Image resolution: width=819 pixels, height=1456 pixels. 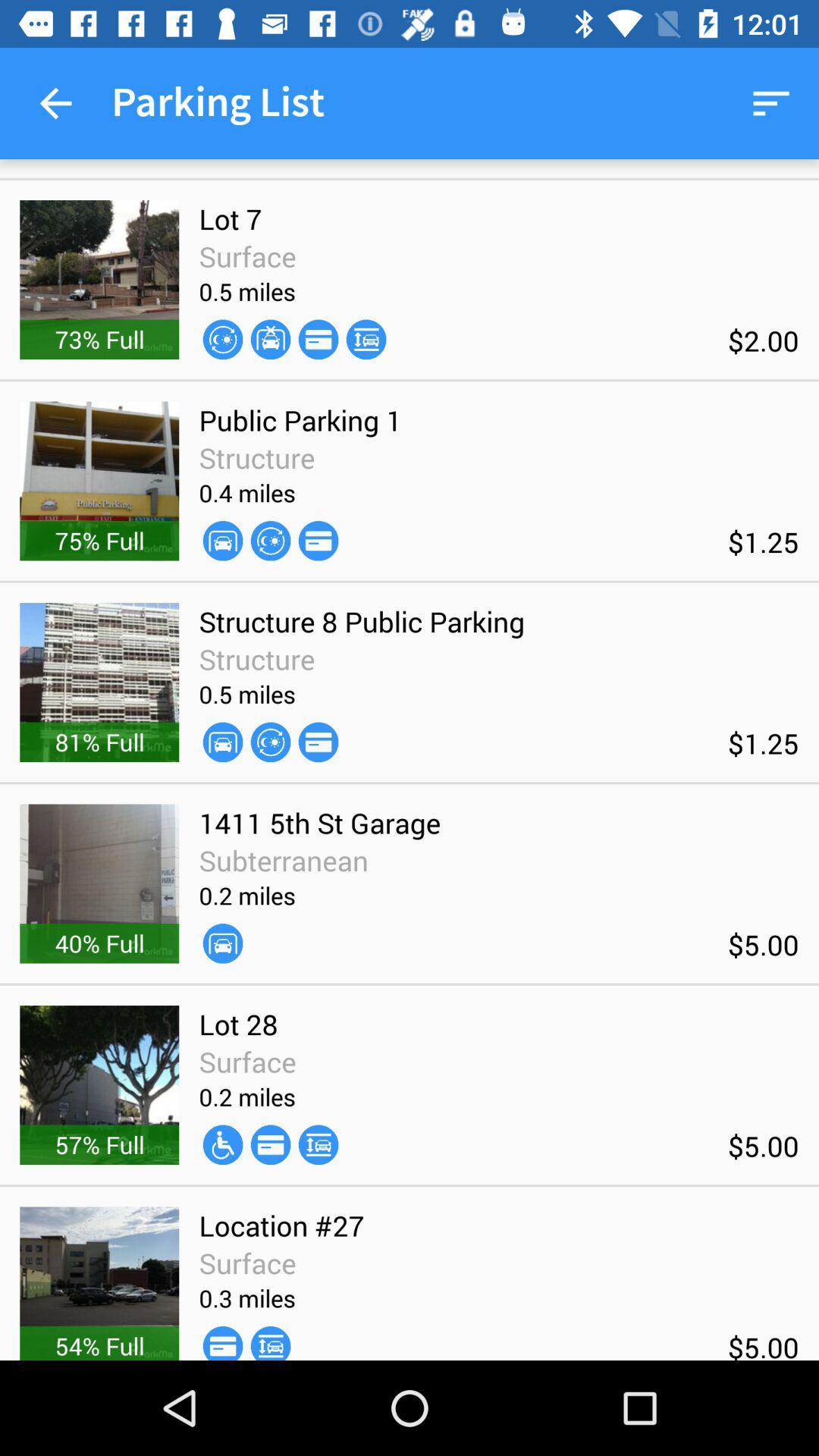 What do you see at coordinates (318, 742) in the screenshot?
I see `the item above 1411 5th st` at bounding box center [318, 742].